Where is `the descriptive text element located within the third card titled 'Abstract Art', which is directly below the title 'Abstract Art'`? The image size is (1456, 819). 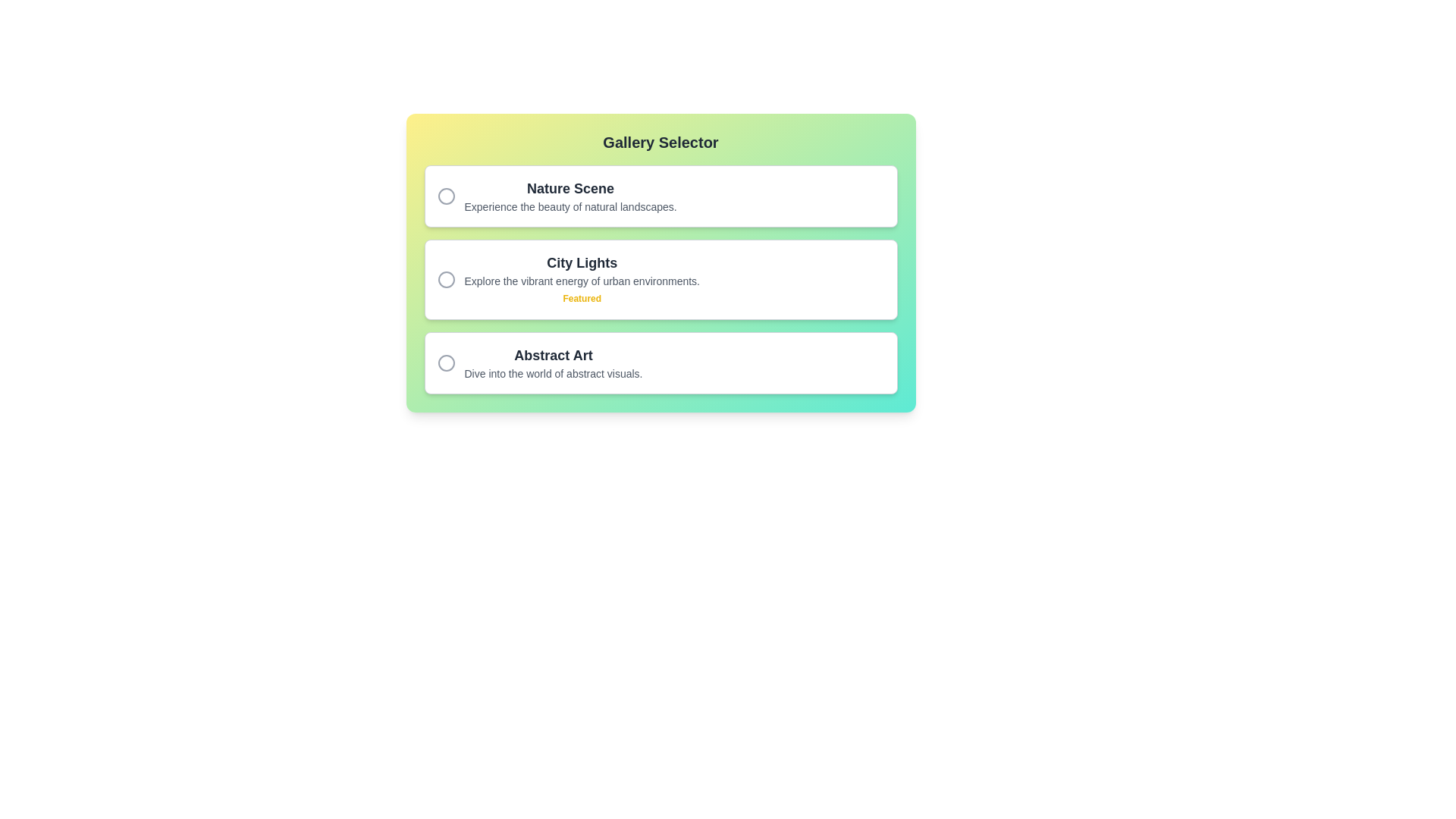 the descriptive text element located within the third card titled 'Abstract Art', which is directly below the title 'Abstract Art' is located at coordinates (552, 374).